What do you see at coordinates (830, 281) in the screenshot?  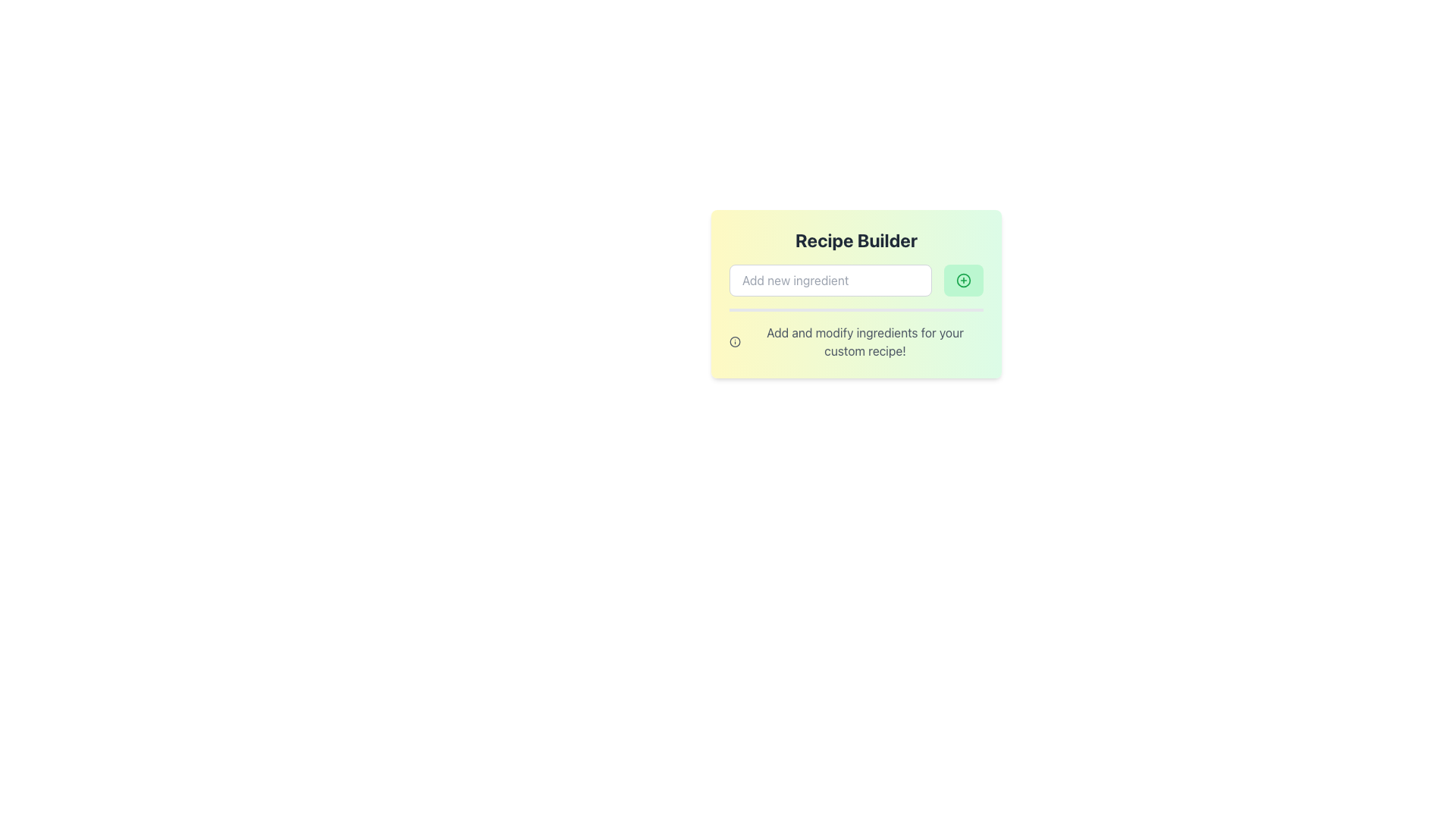 I see `the text input field for adding a new ingredient, which is the first item` at bounding box center [830, 281].